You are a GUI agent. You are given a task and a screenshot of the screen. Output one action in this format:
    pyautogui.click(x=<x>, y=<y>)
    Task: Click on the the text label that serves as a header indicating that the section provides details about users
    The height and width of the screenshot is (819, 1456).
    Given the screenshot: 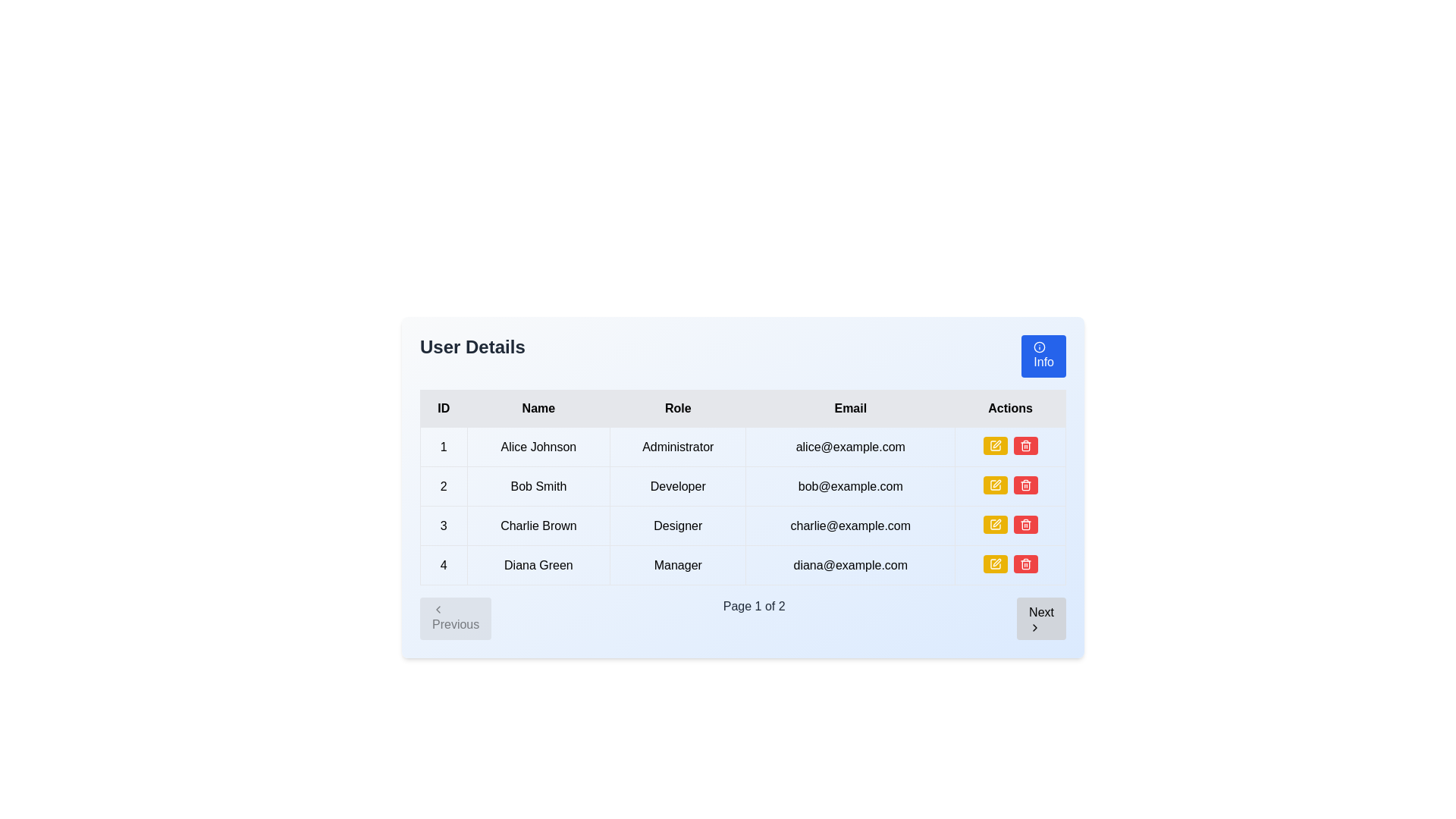 What is the action you would take?
    pyautogui.click(x=472, y=356)
    